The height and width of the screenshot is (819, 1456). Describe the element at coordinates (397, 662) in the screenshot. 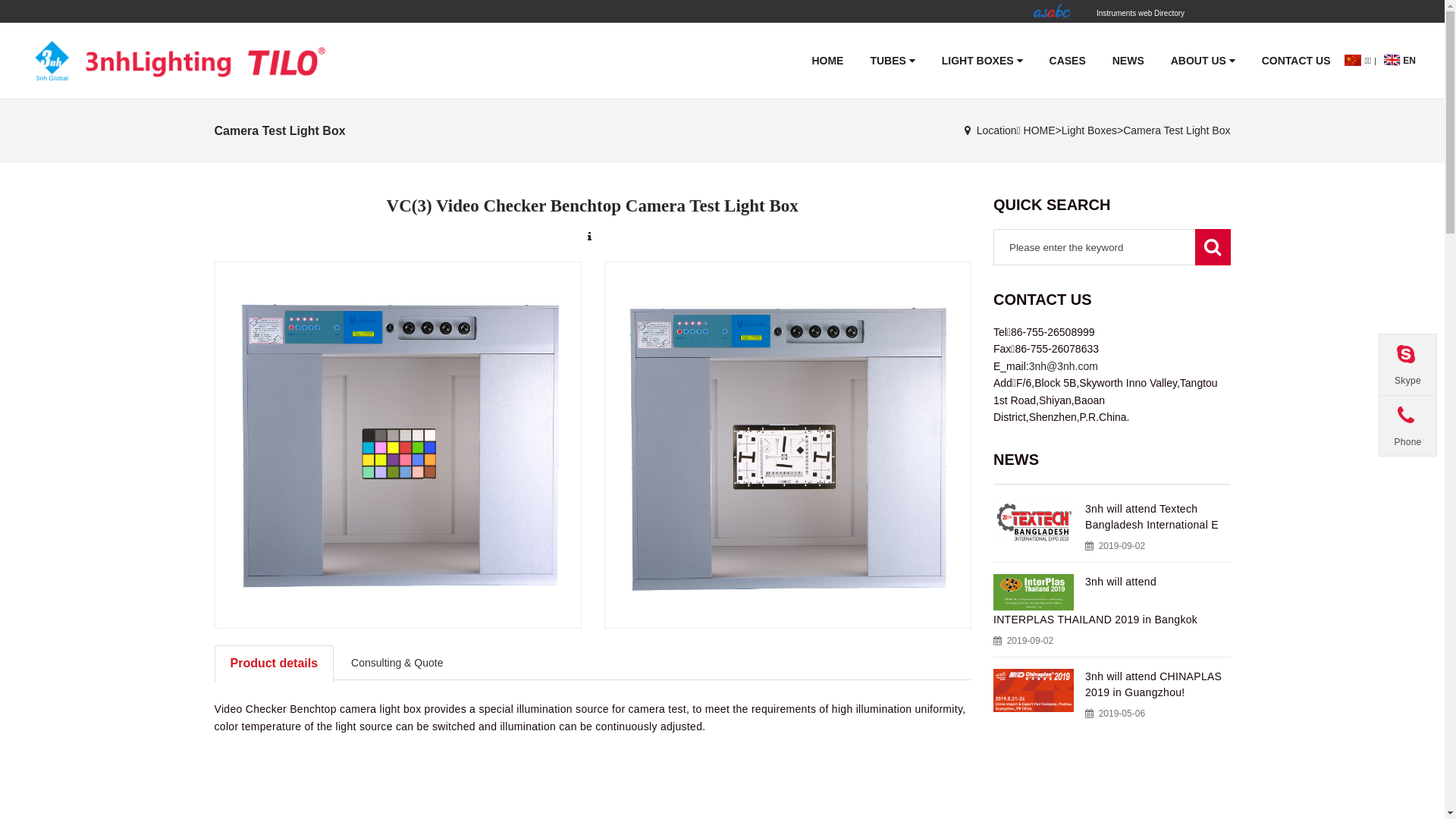

I see `'Consulting & Quote'` at that location.